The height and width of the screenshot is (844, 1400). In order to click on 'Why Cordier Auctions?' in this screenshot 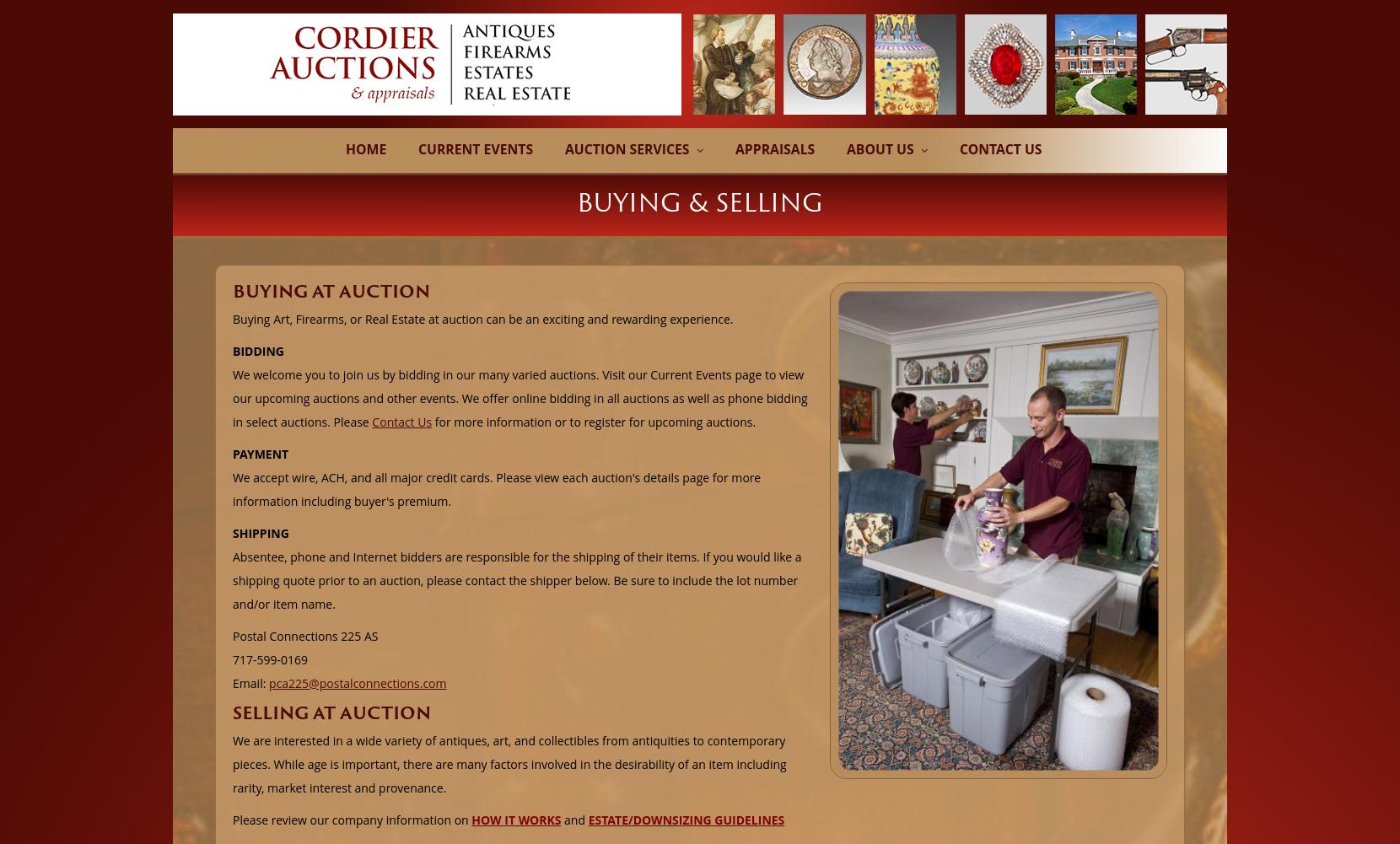, I will do `click(847, 173)`.